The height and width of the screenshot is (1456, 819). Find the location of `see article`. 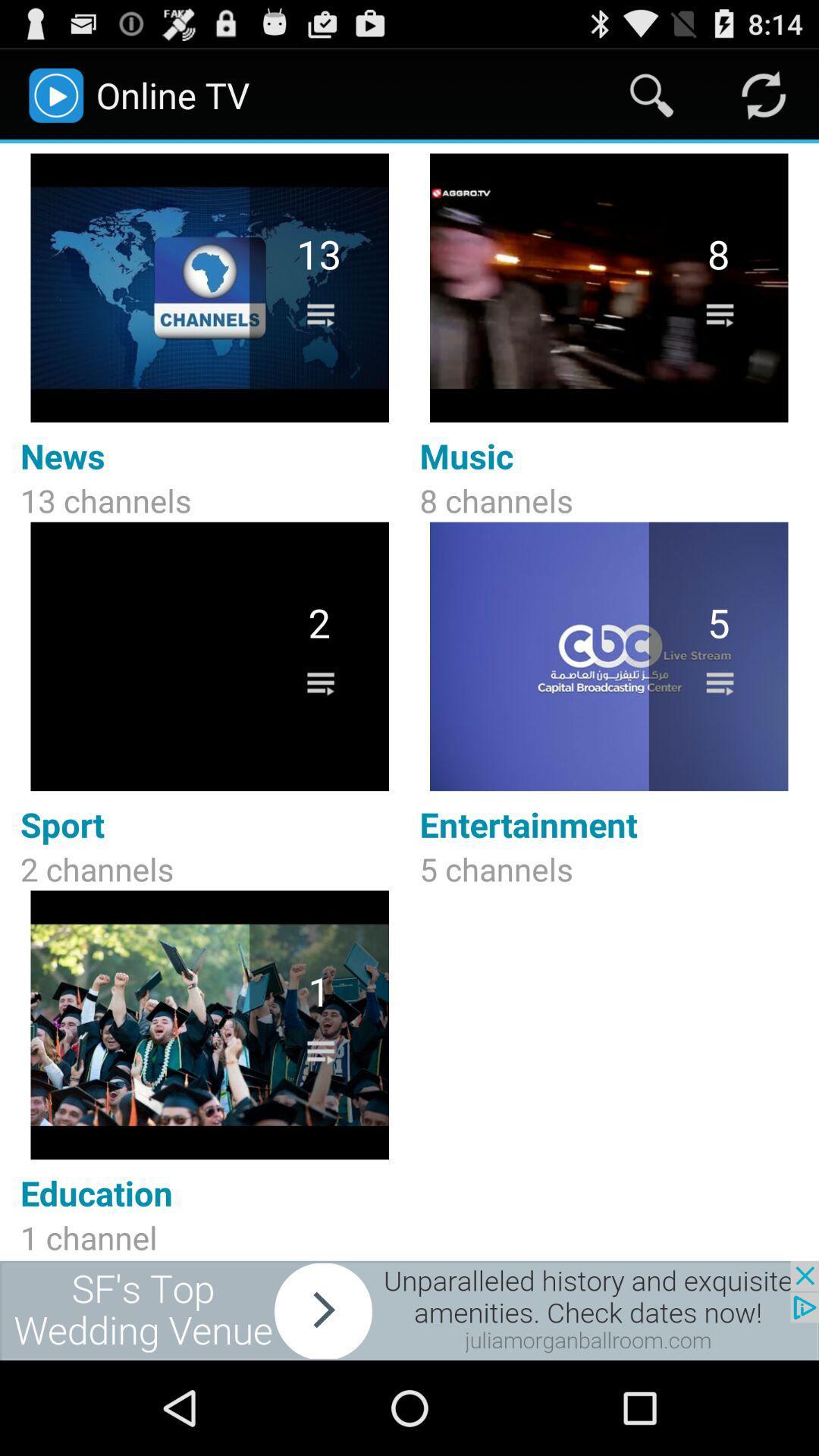

see article is located at coordinates (409, 1310).